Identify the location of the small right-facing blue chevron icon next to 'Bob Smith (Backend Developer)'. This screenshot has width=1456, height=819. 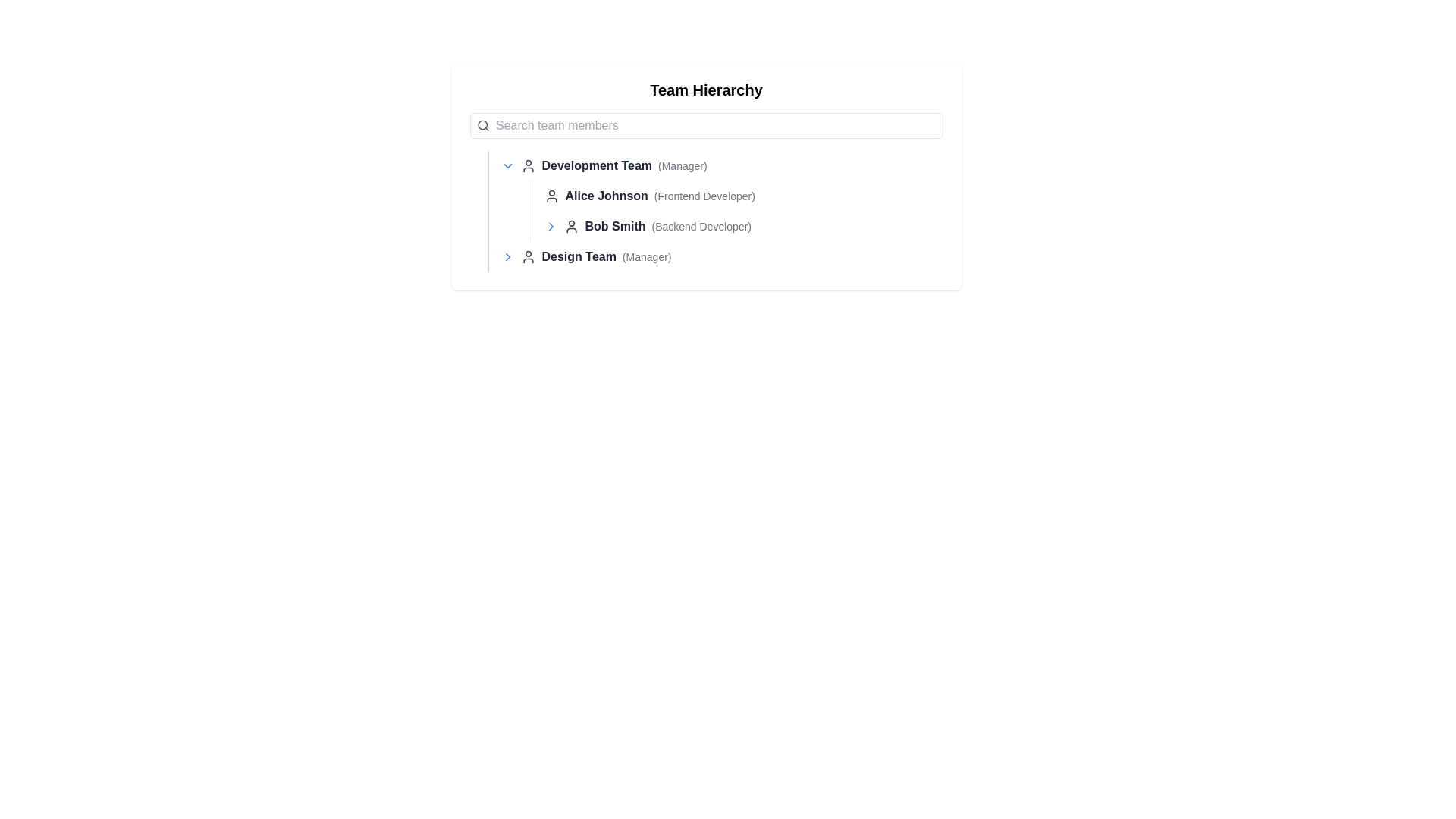
(550, 227).